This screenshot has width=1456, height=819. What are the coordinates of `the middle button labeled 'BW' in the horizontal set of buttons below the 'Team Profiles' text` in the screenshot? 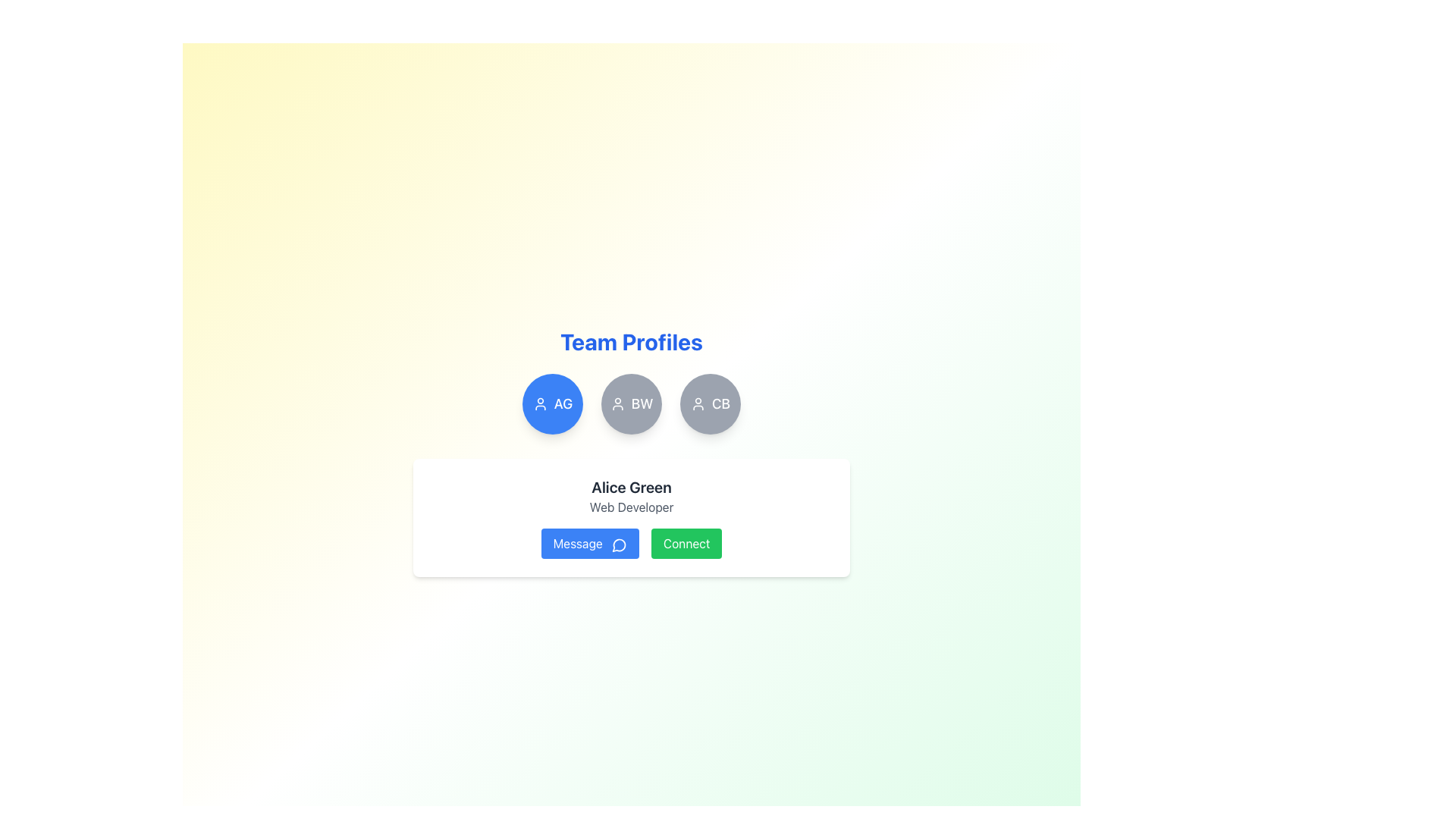 It's located at (632, 403).